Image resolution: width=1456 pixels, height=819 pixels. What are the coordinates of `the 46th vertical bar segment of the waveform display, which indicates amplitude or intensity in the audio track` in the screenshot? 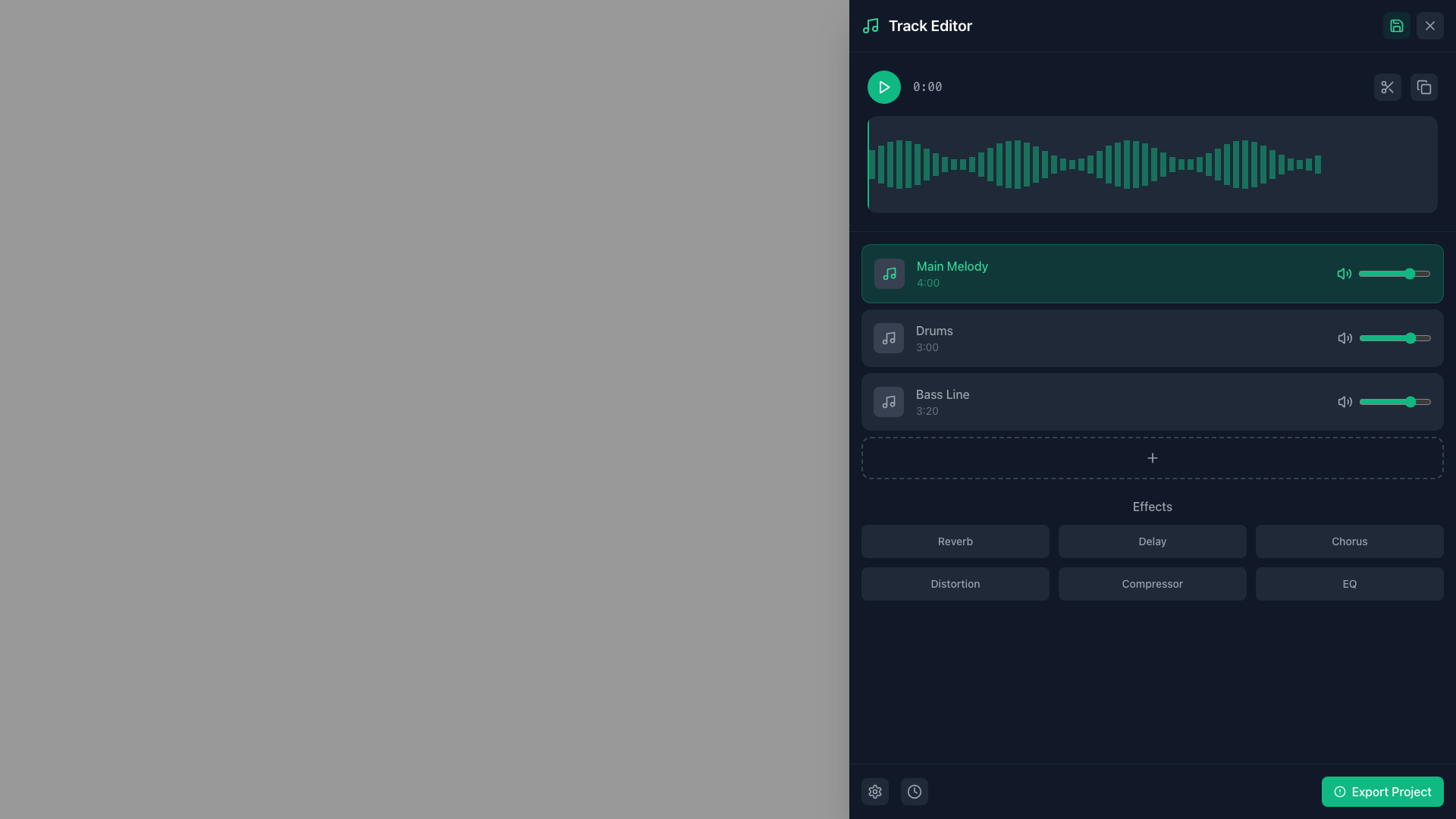 It's located at (1218, 164).